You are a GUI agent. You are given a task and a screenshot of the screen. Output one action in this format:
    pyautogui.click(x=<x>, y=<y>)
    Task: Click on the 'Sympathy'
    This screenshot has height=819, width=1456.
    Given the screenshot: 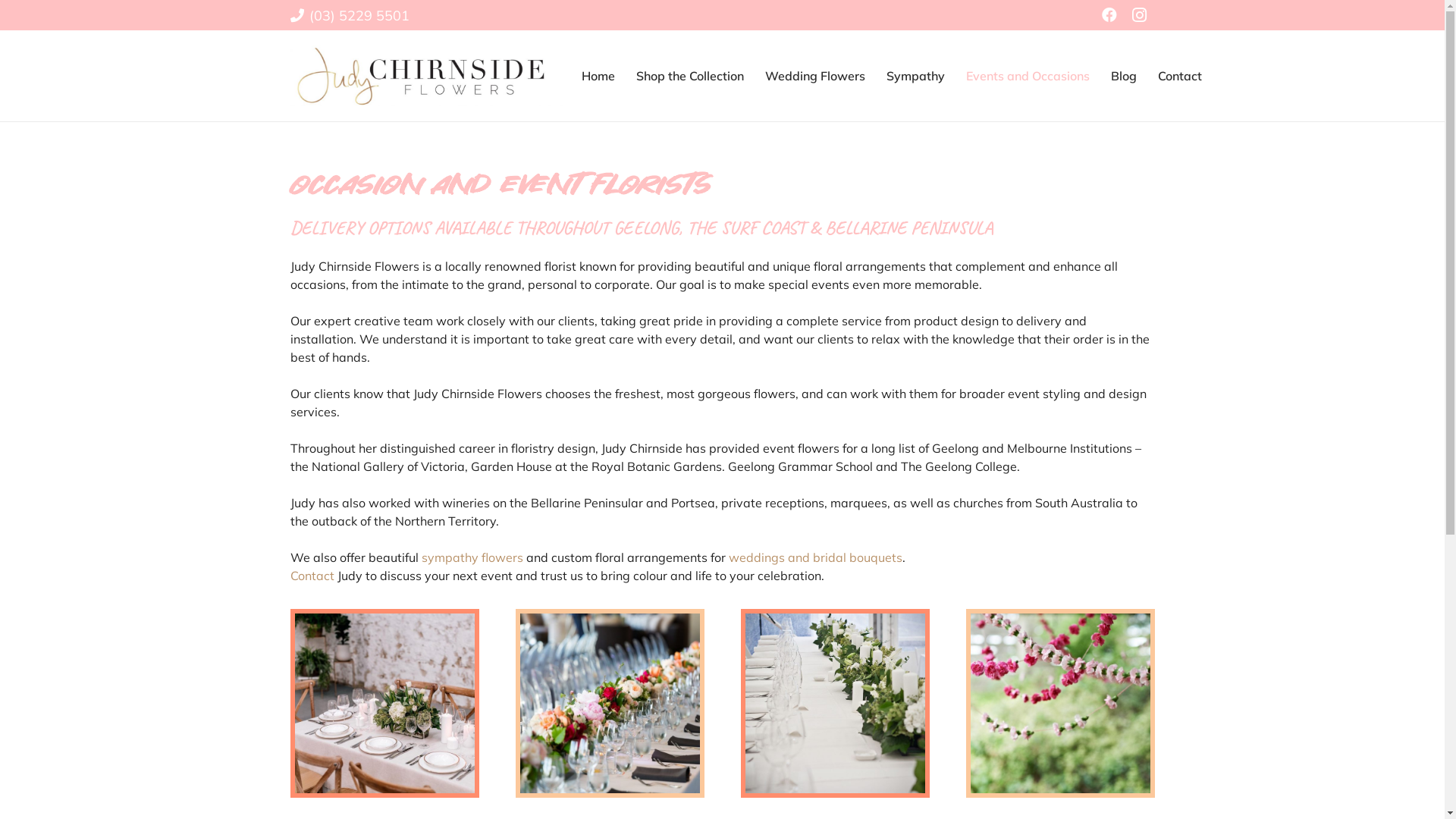 What is the action you would take?
    pyautogui.click(x=915, y=76)
    